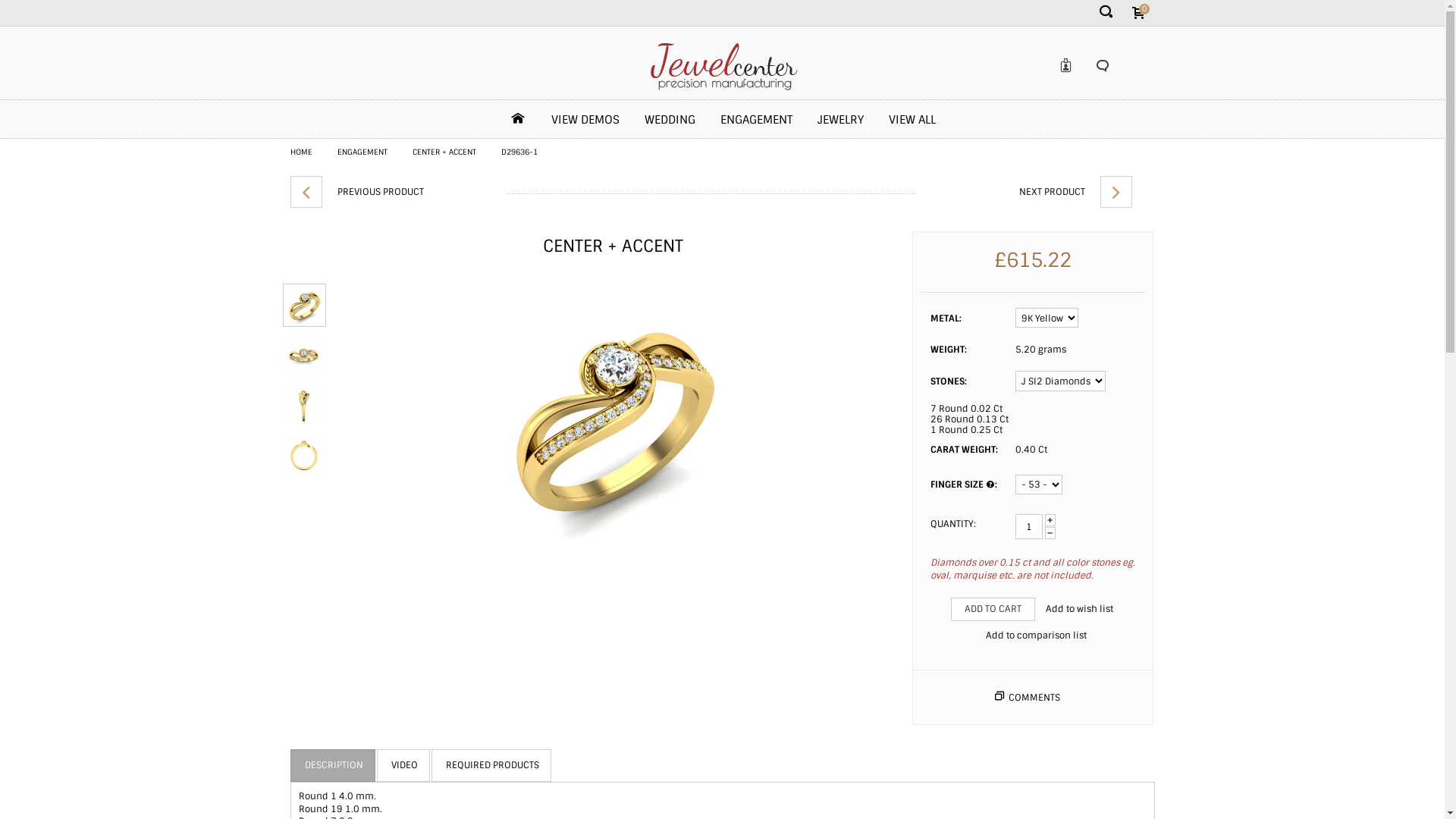 The width and height of the screenshot is (1456, 819). Describe the element at coordinates (1033, 698) in the screenshot. I see `'COMMENTS'` at that location.